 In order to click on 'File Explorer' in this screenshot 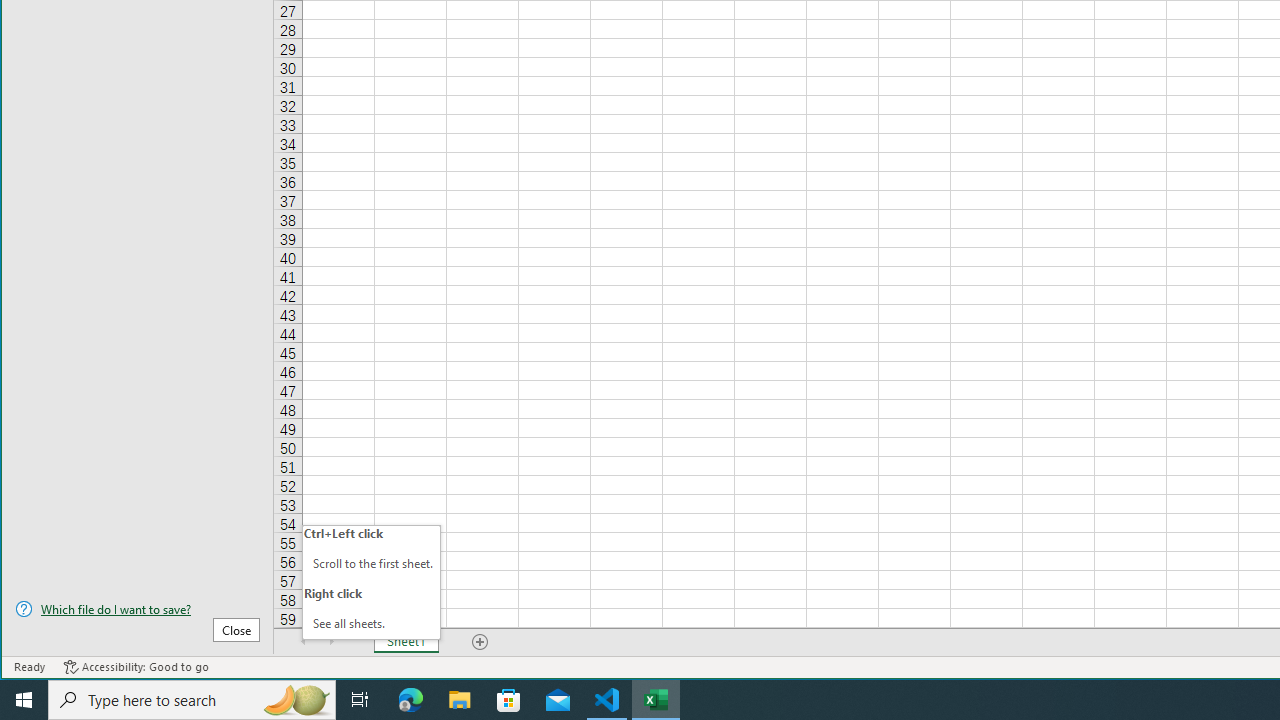, I will do `click(459, 698)`.